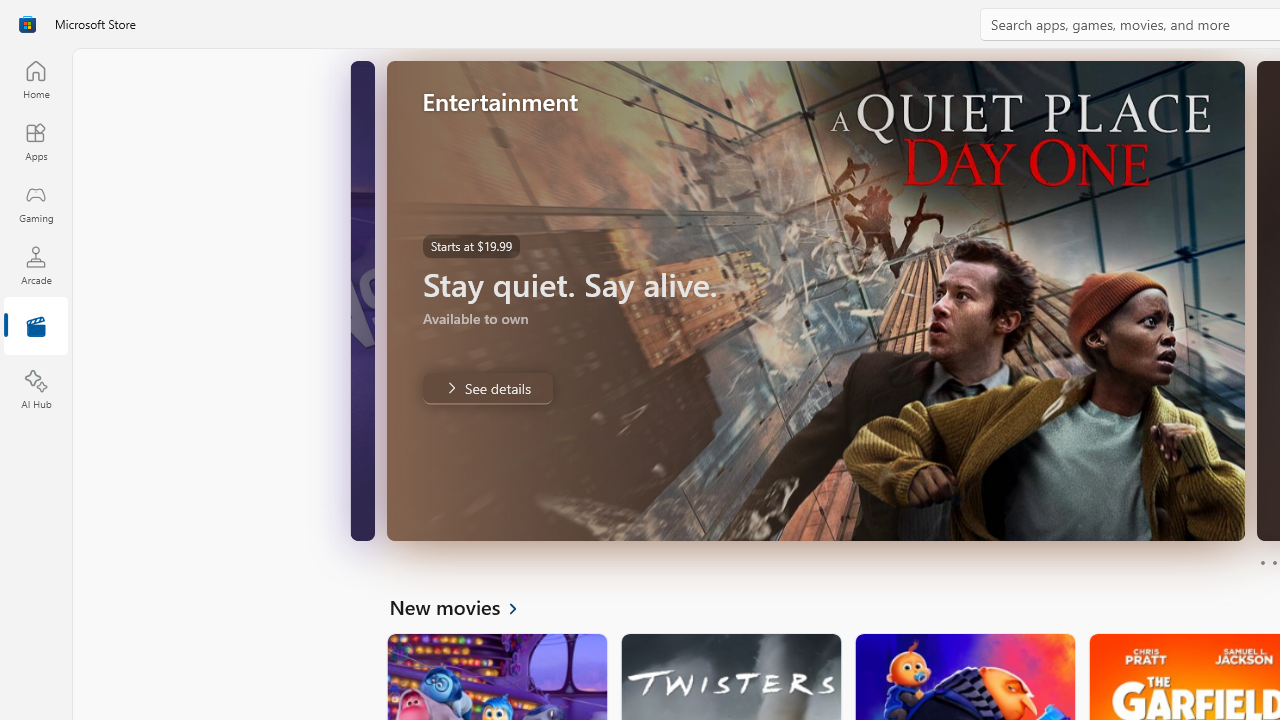  I want to click on 'Apps', so click(35, 140).